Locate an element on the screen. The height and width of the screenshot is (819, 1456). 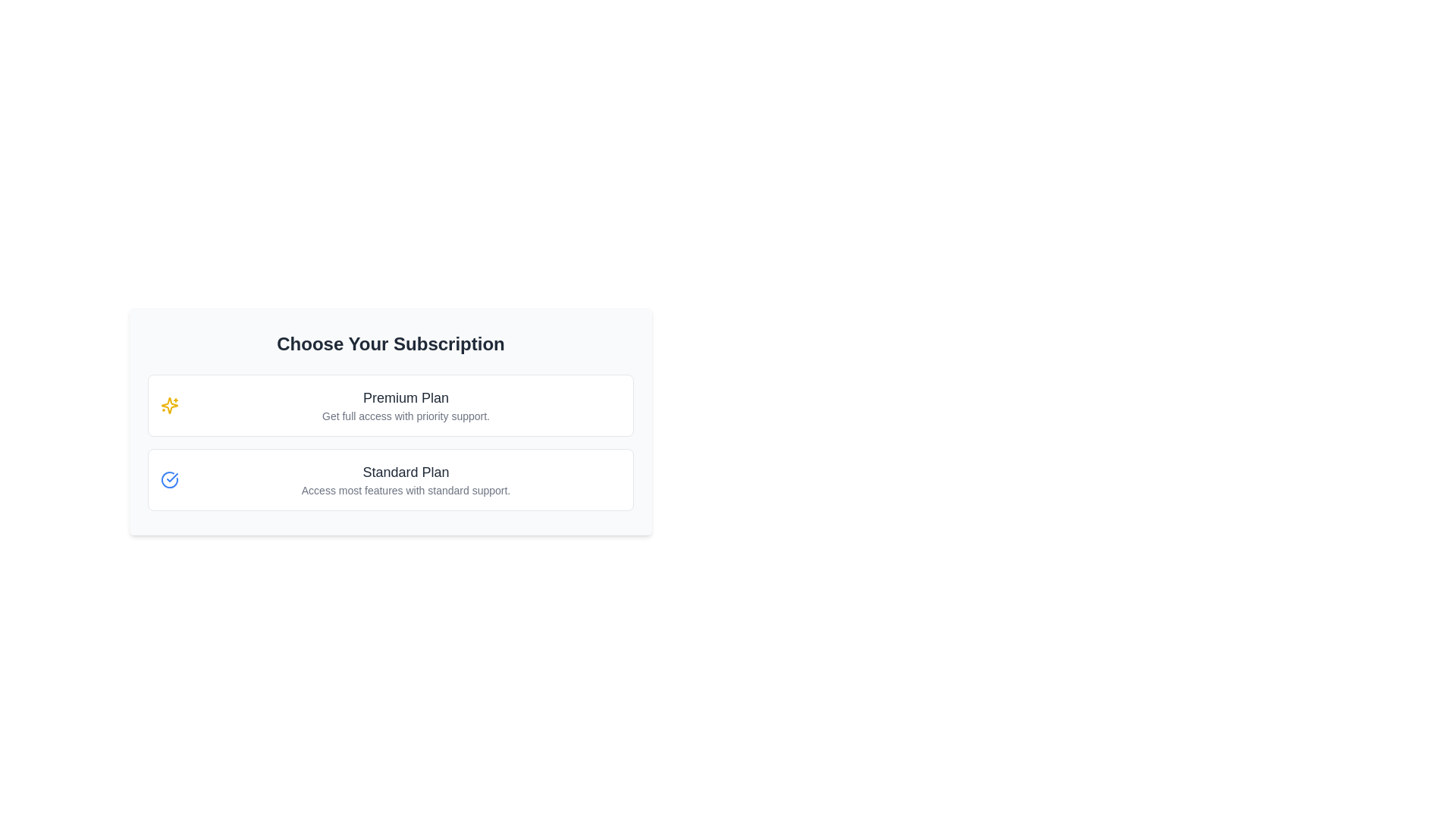
text label displaying 'Premium Plan' located at the top of the subscription choice card titled 'Choose Your Subscription', which is bold, dark gray, and positioned next to an icon is located at coordinates (406, 397).